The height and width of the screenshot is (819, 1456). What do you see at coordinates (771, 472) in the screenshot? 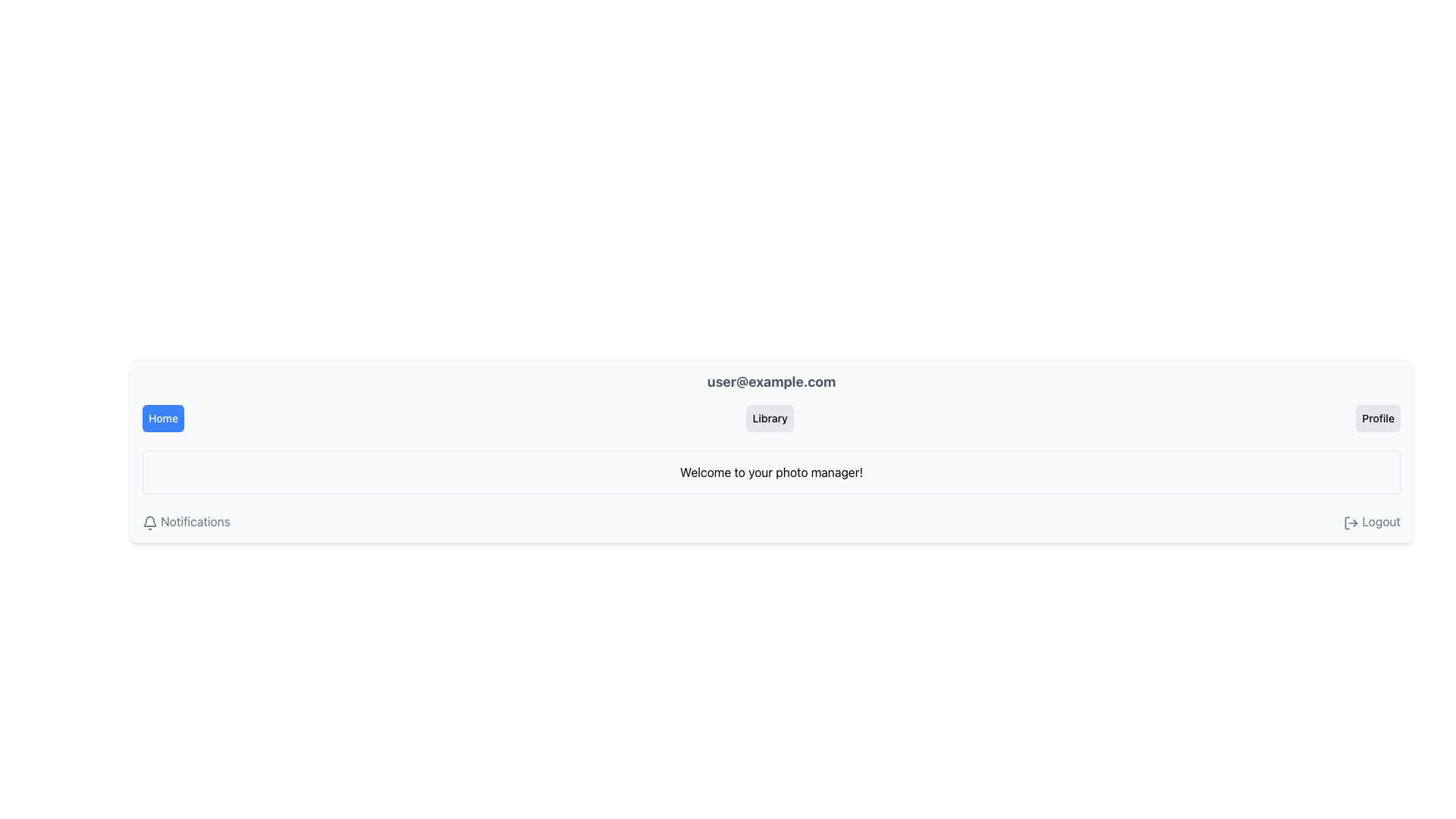
I see `the static text element that provides a welcoming statement to users, which is positioned below the user email and Library button, and above the lower navigation options like Notifications and Logout` at bounding box center [771, 472].